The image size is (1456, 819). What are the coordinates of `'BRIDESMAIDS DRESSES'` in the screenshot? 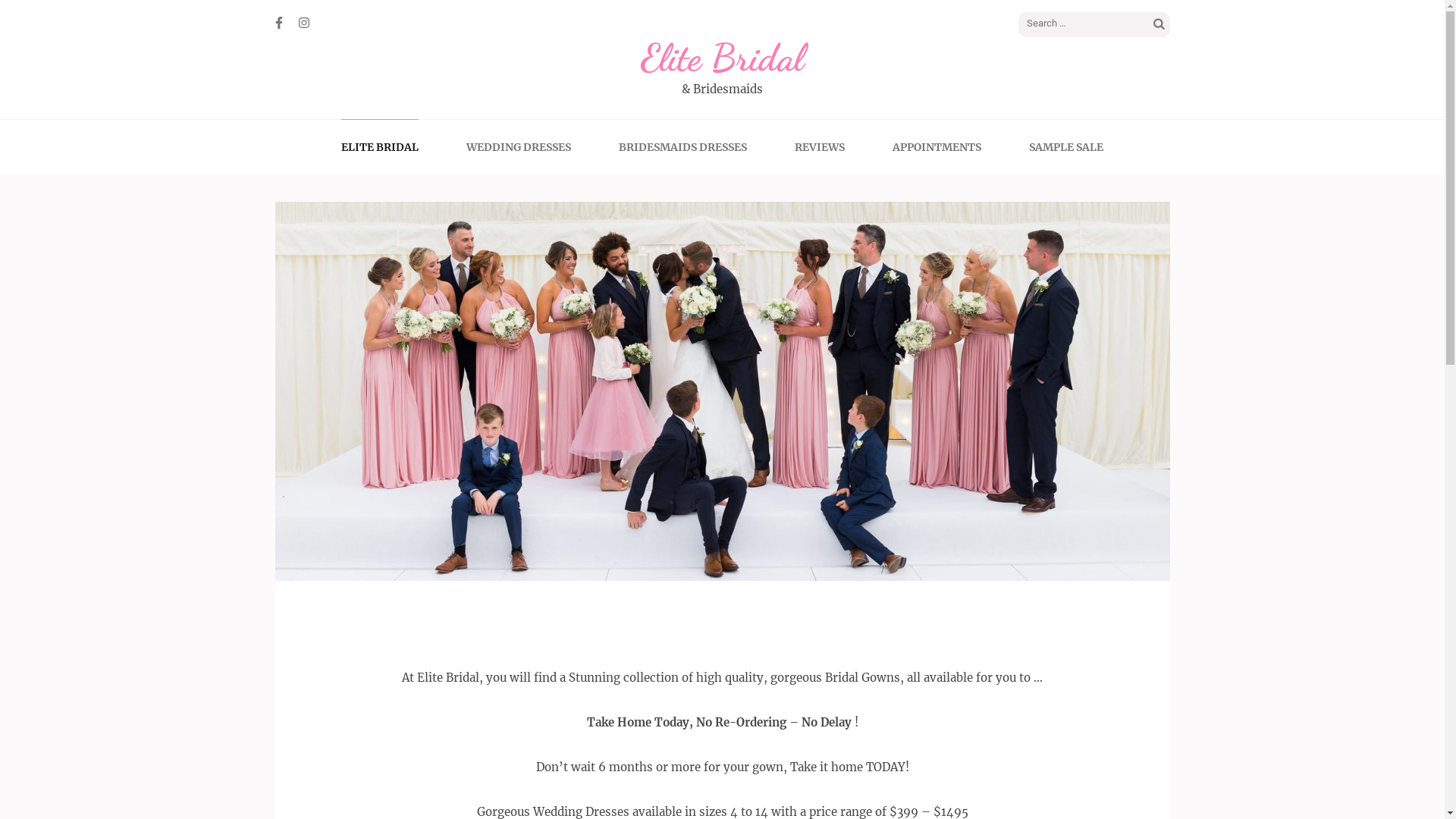 It's located at (682, 146).